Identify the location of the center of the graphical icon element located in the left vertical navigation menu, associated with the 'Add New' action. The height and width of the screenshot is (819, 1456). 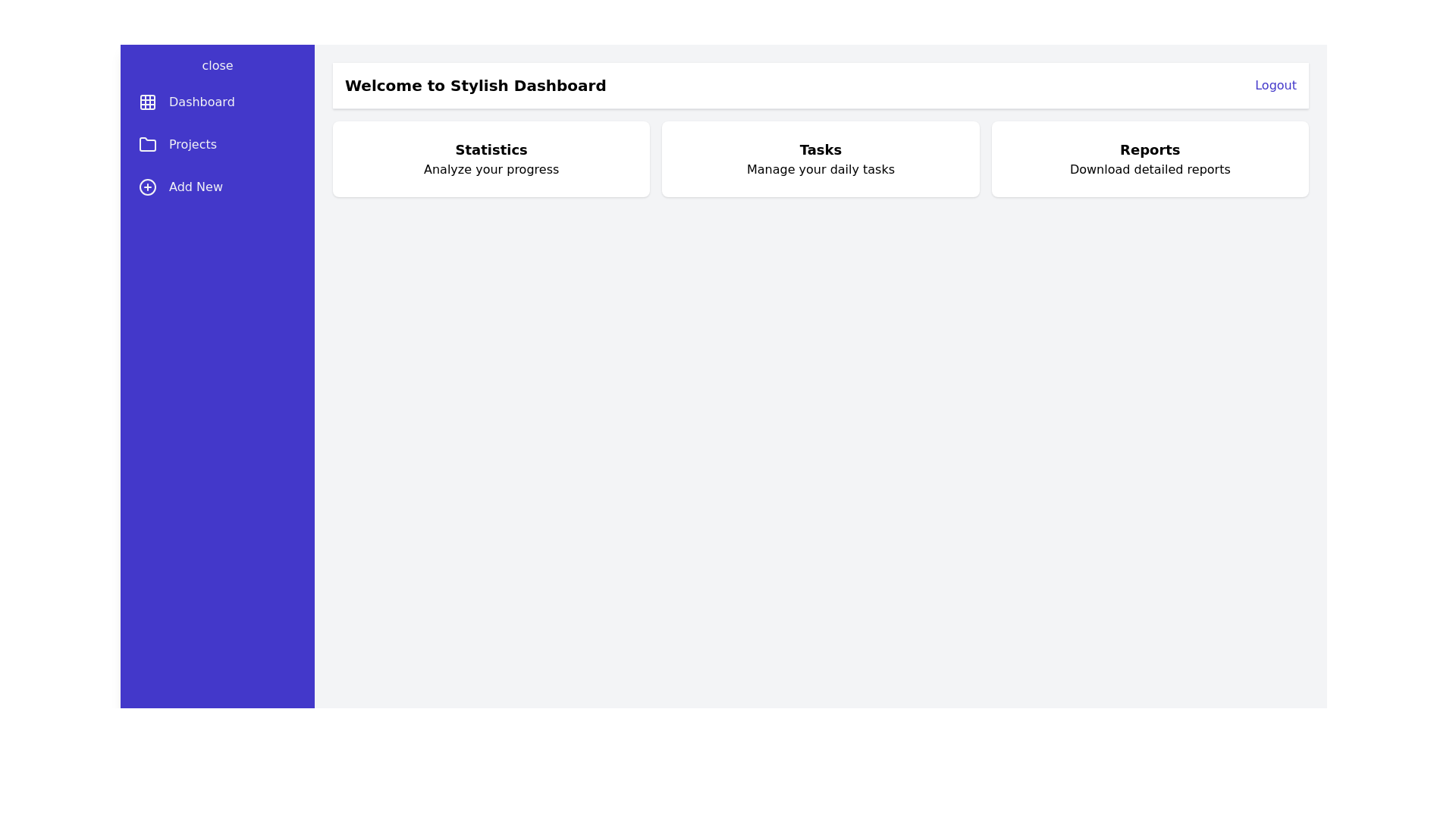
(148, 186).